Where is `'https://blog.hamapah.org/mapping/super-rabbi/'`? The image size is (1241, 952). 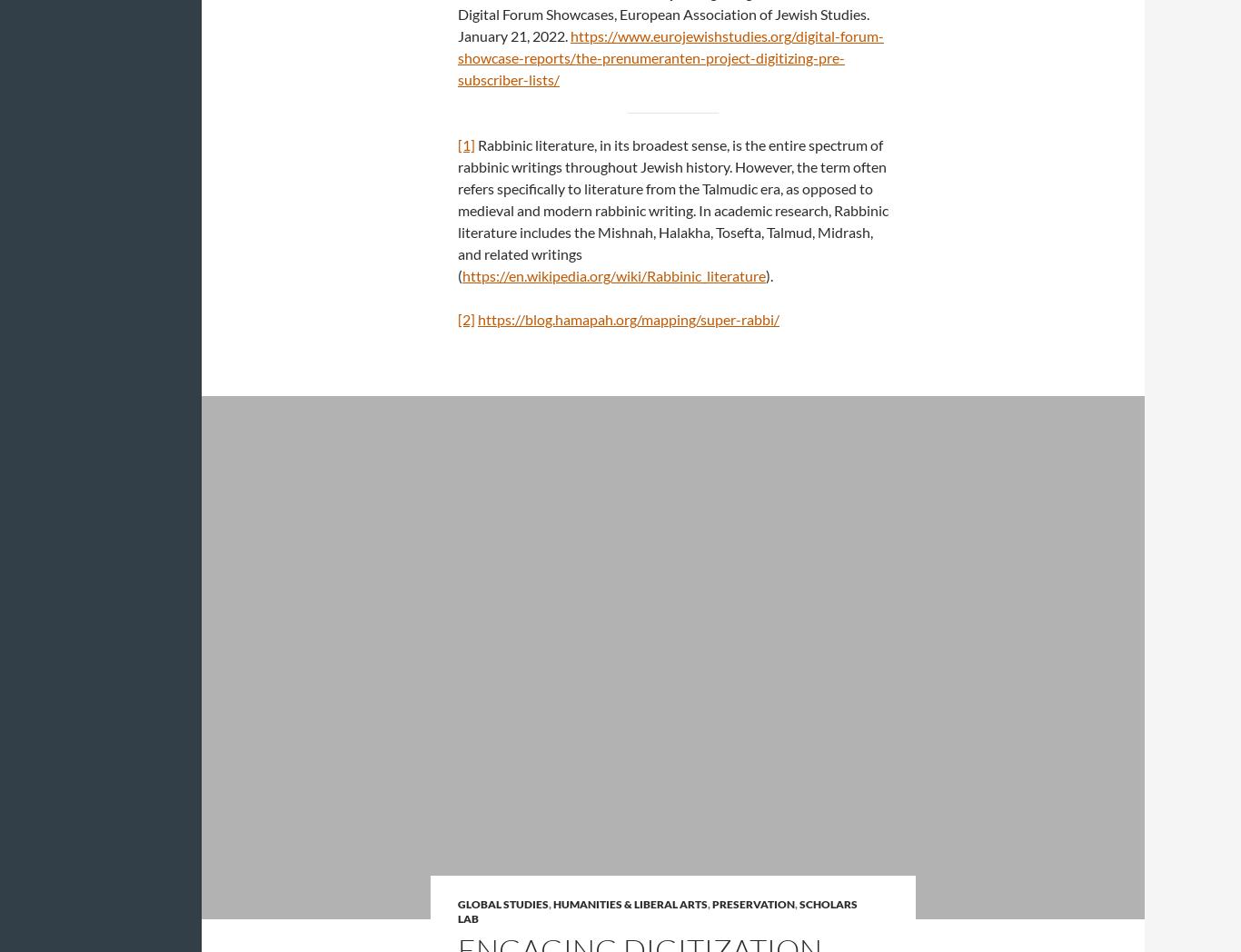 'https://blog.hamapah.org/mapping/super-rabbi/' is located at coordinates (629, 318).